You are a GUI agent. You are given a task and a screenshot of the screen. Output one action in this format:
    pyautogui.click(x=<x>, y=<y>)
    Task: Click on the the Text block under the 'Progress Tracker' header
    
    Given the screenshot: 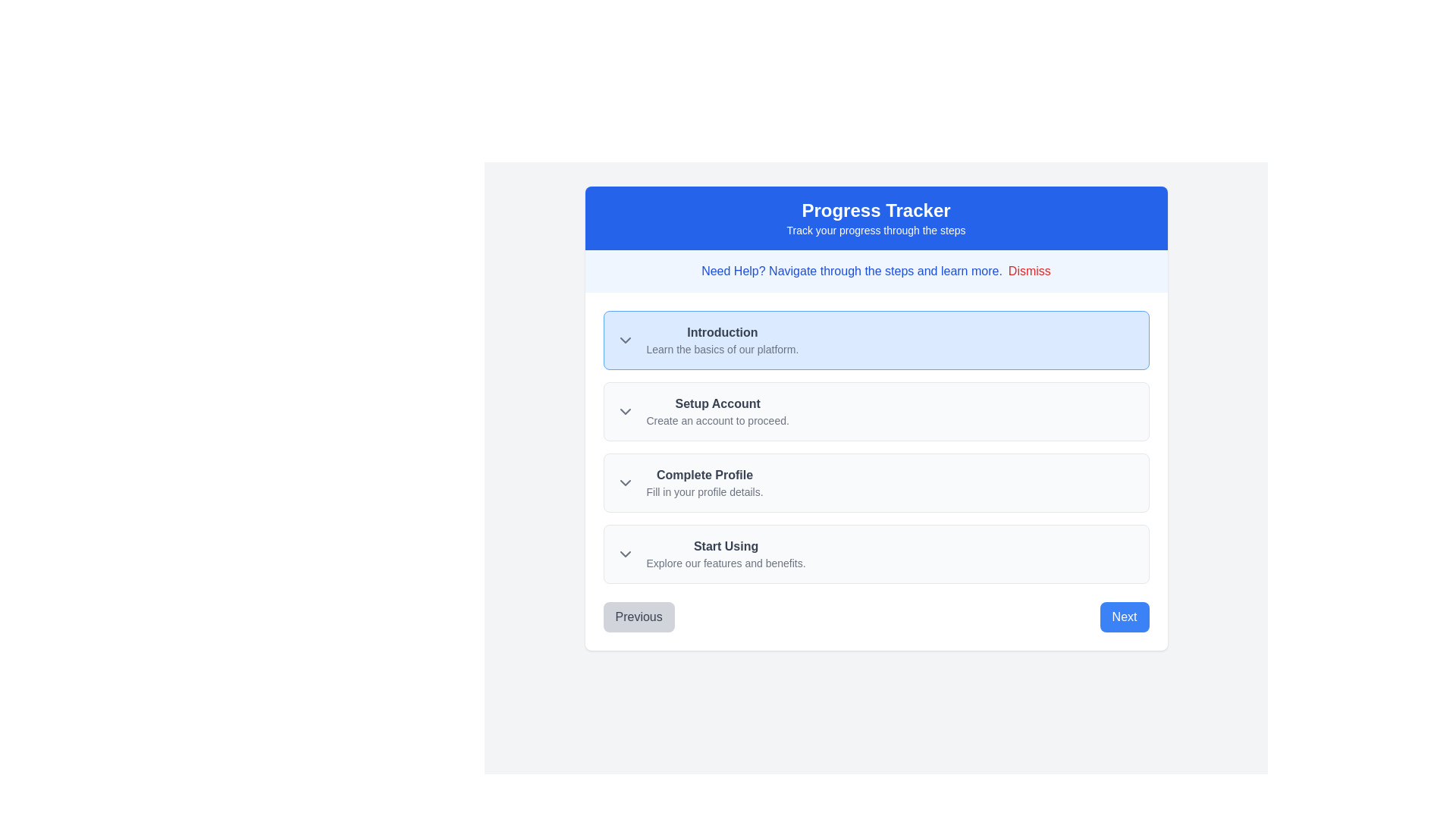 What is the action you would take?
    pyautogui.click(x=721, y=339)
    